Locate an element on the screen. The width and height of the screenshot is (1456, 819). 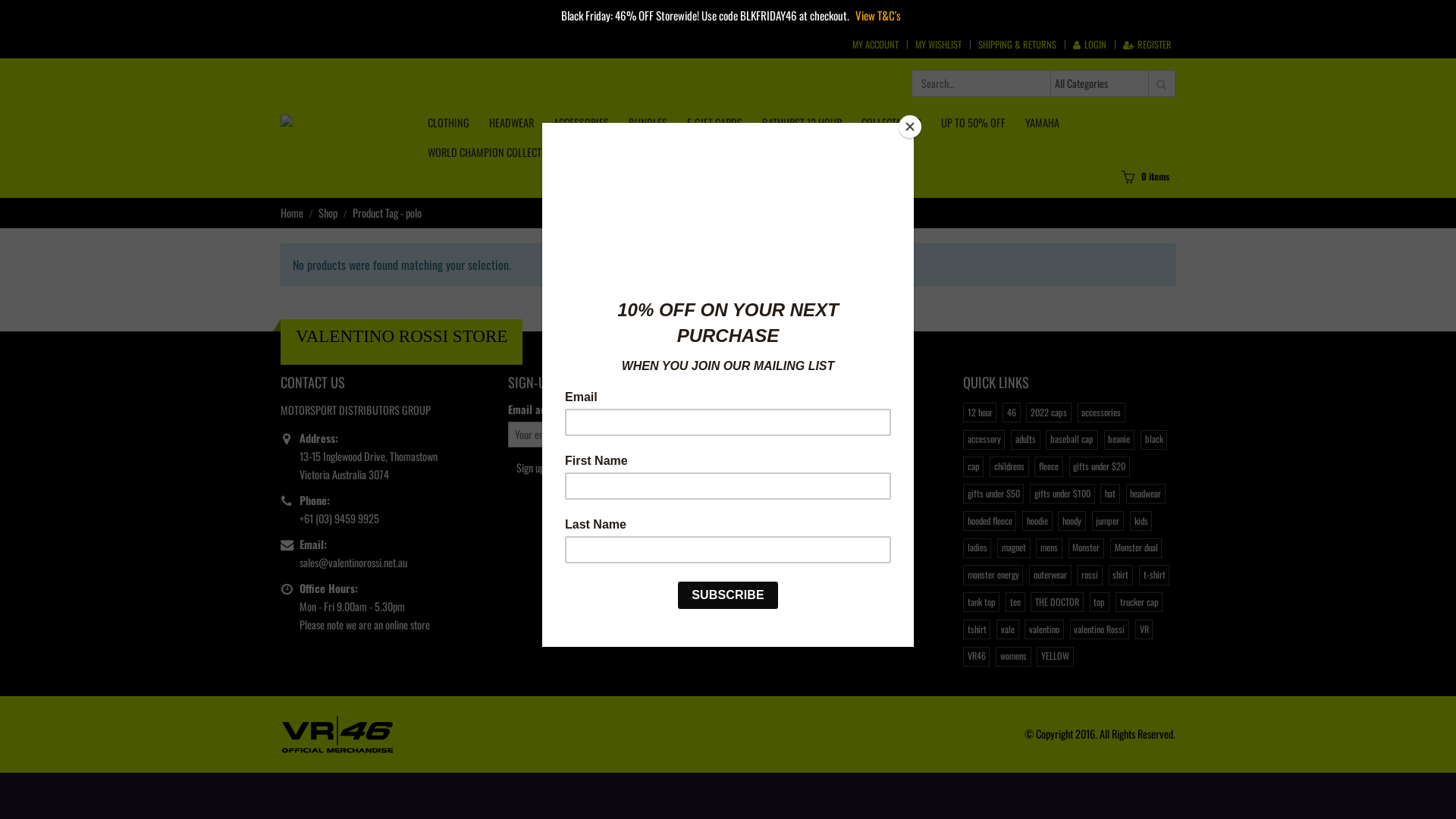
'Shop' is located at coordinates (318, 213).